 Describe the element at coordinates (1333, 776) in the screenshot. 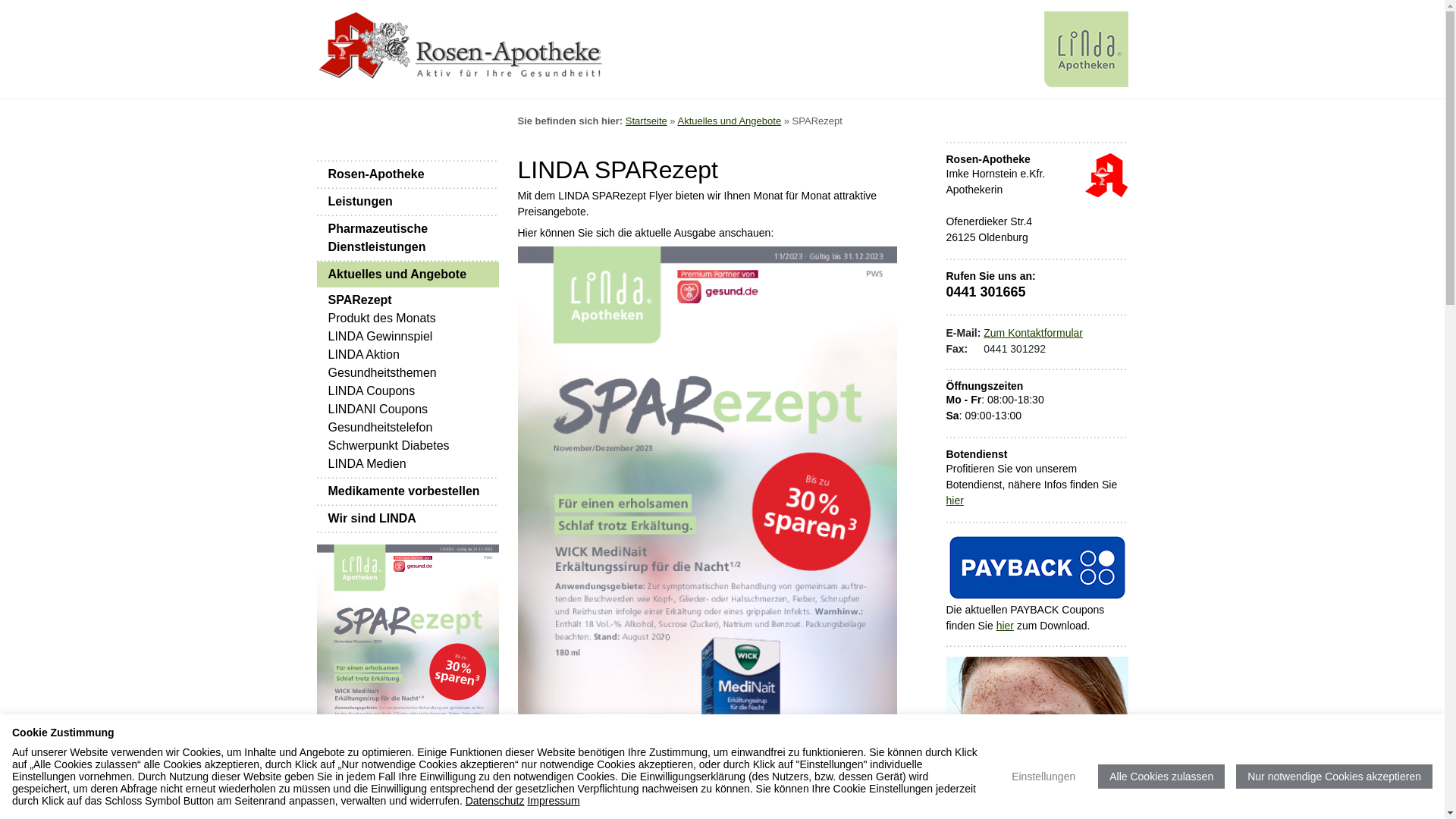

I see `'Nur notwendige Cookies akzeptieren'` at that location.